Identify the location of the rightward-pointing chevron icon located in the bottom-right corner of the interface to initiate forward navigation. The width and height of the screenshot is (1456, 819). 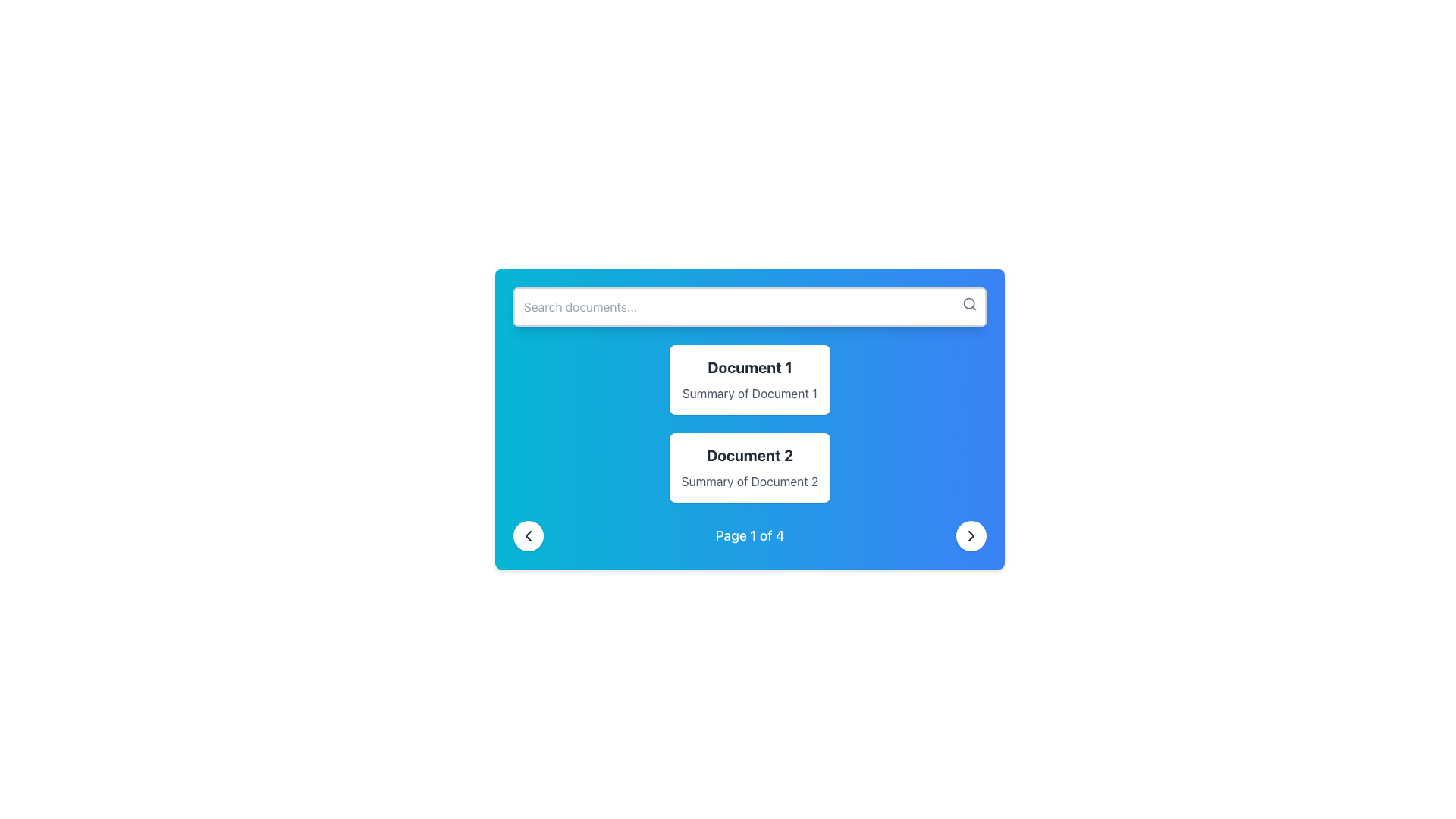
(971, 535).